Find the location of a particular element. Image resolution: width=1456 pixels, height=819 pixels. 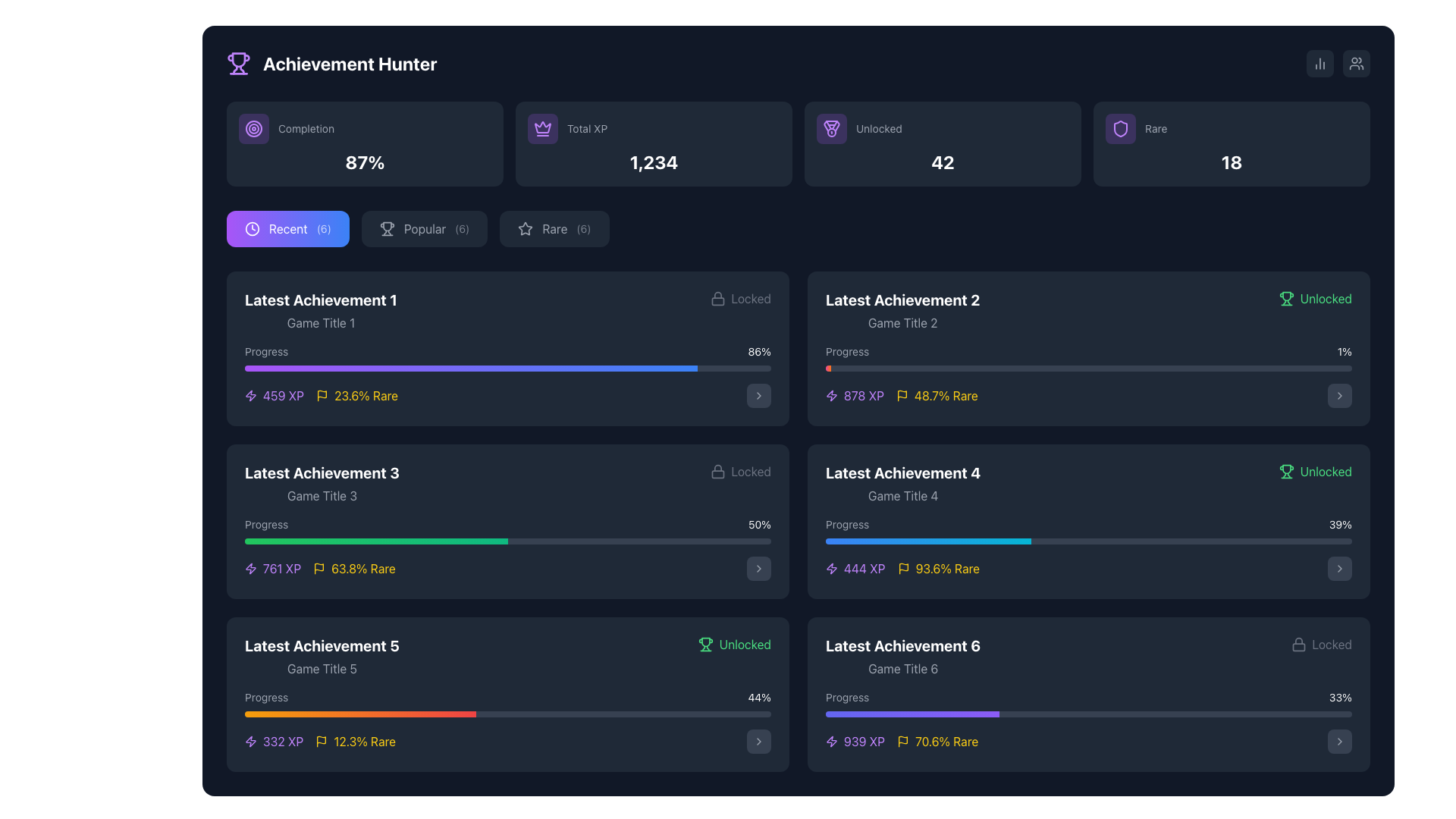

the static text element displaying experience points (XP) earned for the achievement located to the left of the '23.6% Rare' label in the 'Latest Achievement 1' section is located at coordinates (275, 394).